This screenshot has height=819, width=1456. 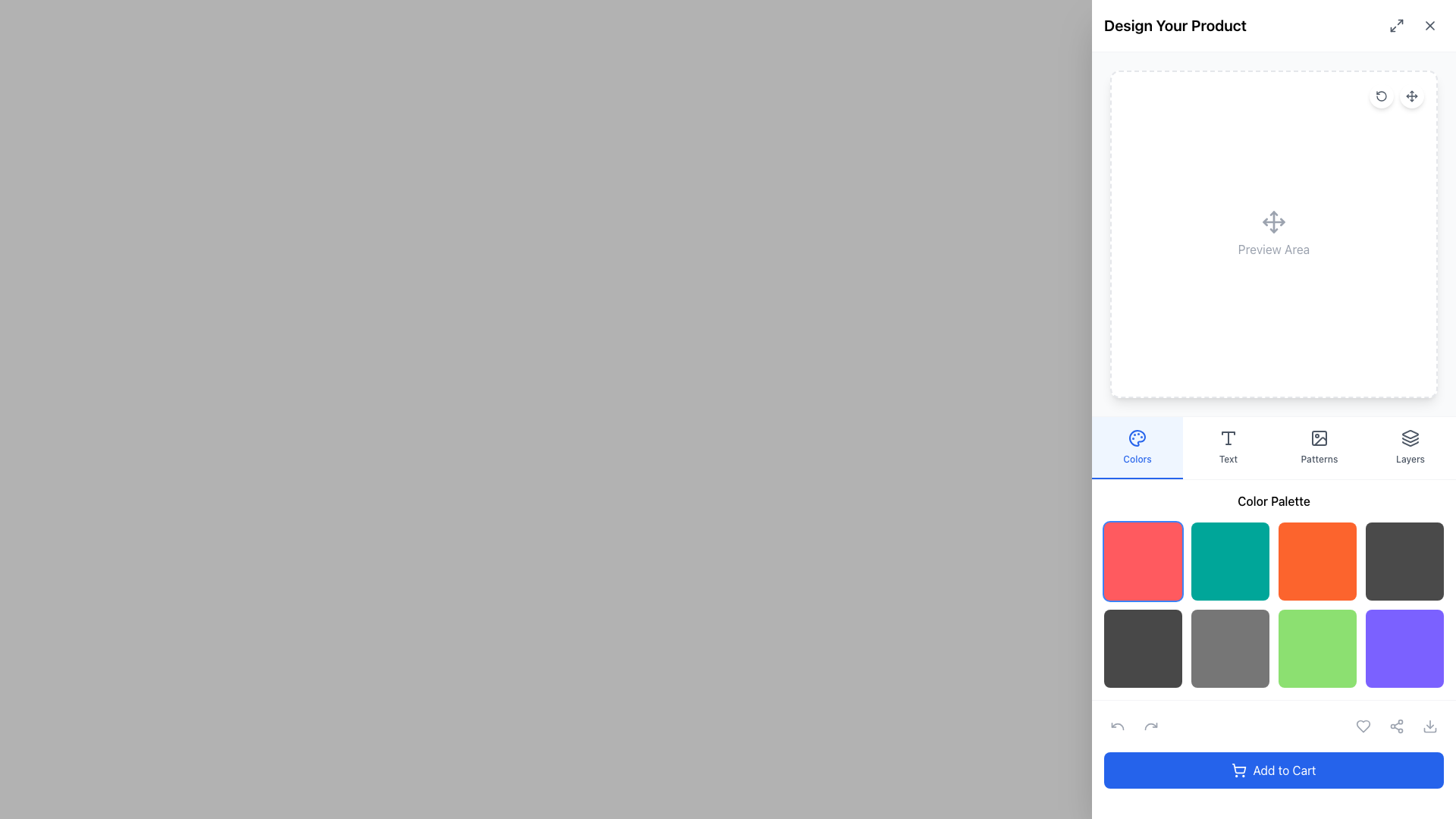 I want to click on the square interactive button with a gray background in the 'Color Palette' section, so click(x=1230, y=648).